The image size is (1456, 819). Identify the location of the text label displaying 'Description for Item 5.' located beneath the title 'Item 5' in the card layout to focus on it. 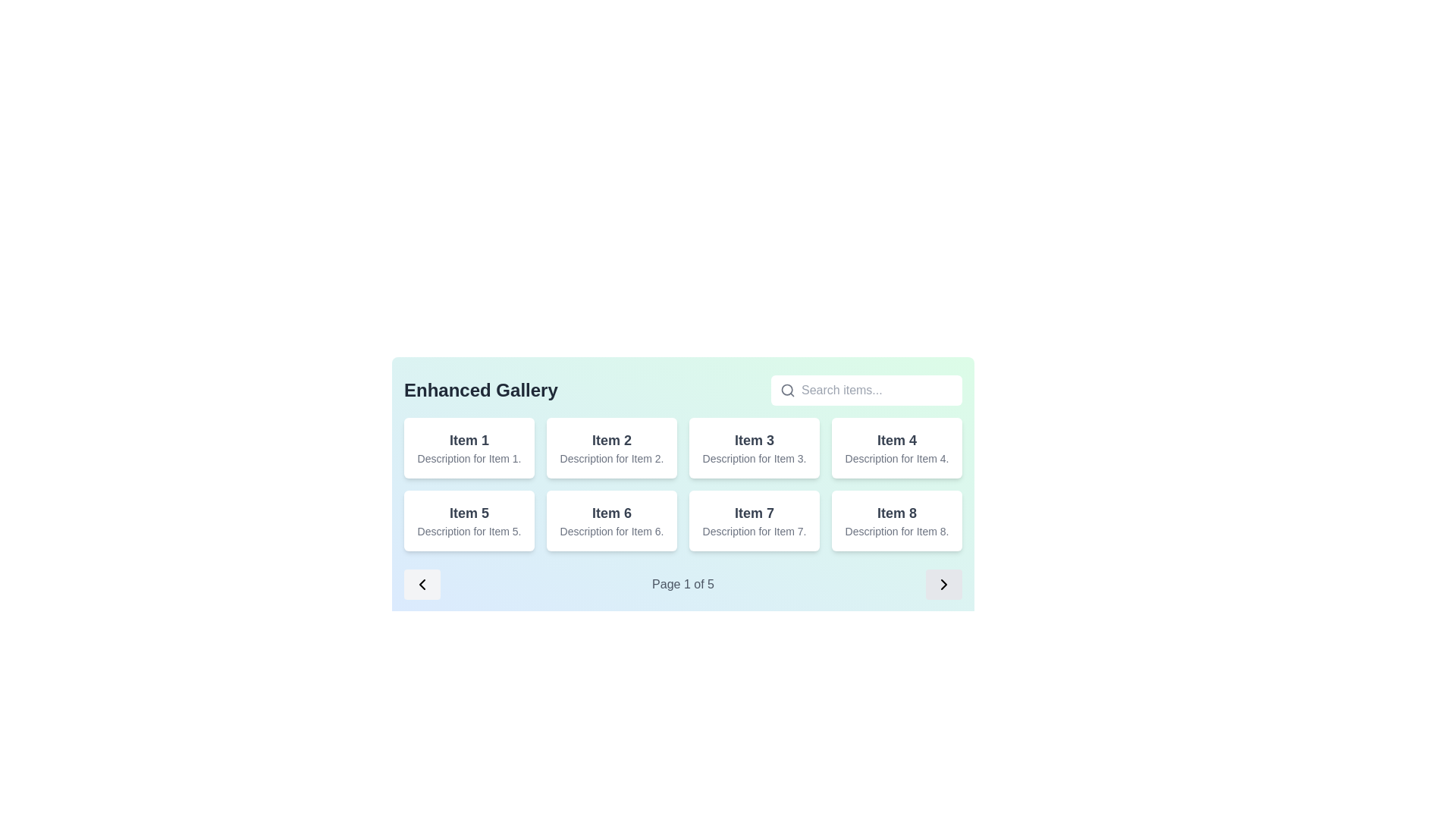
(469, 531).